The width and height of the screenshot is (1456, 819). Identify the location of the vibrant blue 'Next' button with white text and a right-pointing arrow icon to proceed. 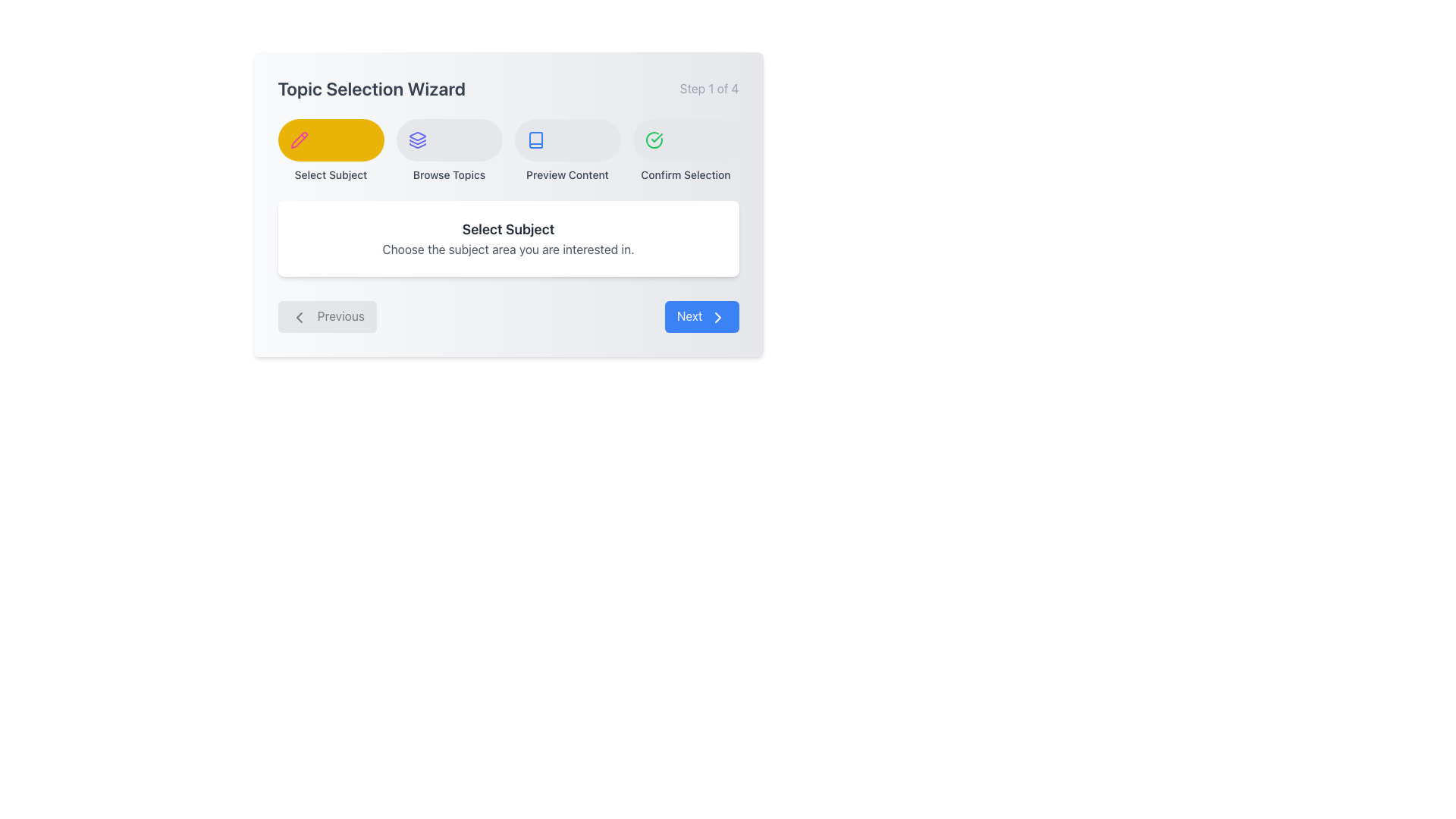
(701, 315).